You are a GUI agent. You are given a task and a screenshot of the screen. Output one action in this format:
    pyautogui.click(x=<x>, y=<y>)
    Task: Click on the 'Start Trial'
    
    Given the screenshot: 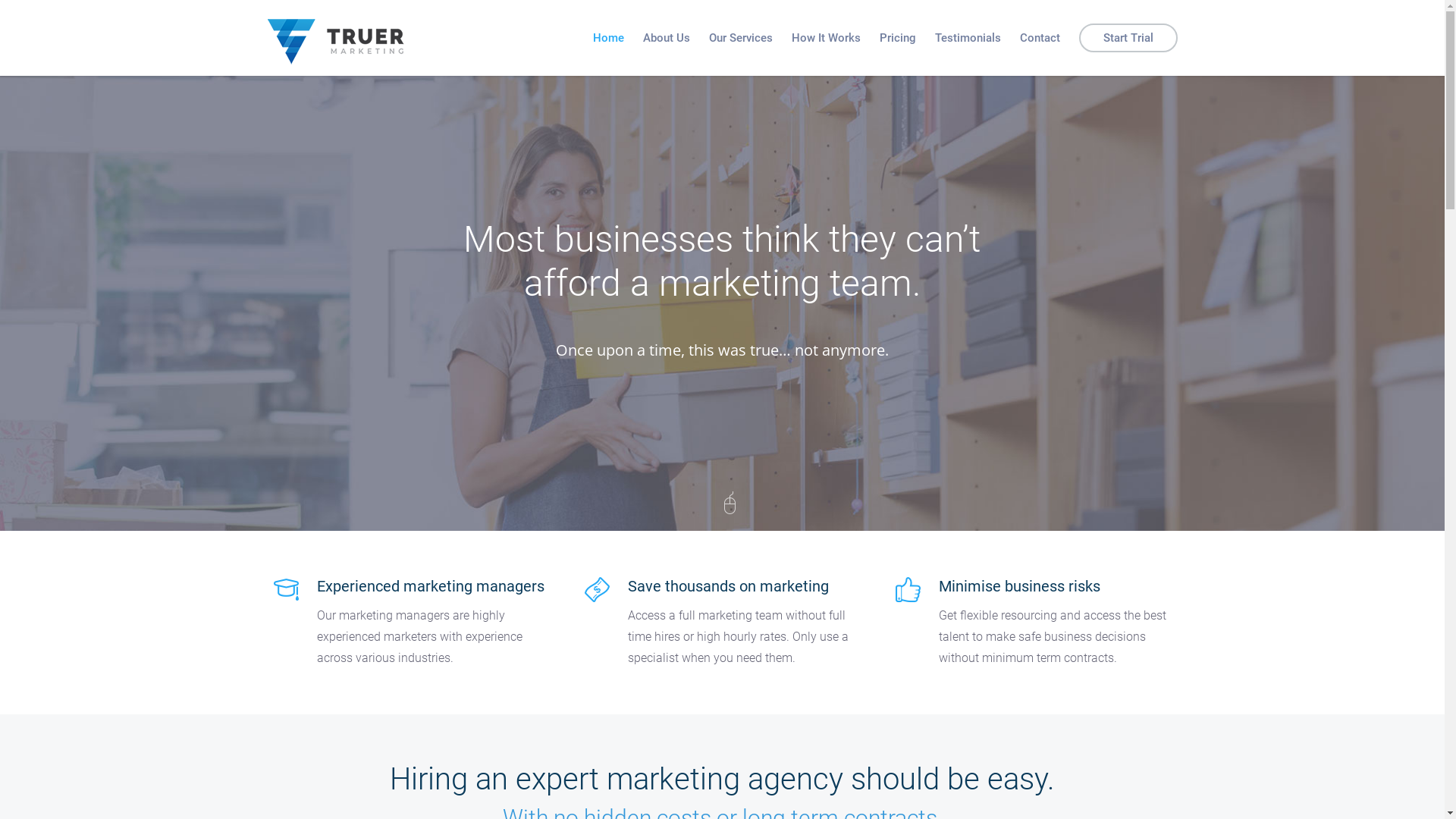 What is the action you would take?
    pyautogui.click(x=1128, y=37)
    